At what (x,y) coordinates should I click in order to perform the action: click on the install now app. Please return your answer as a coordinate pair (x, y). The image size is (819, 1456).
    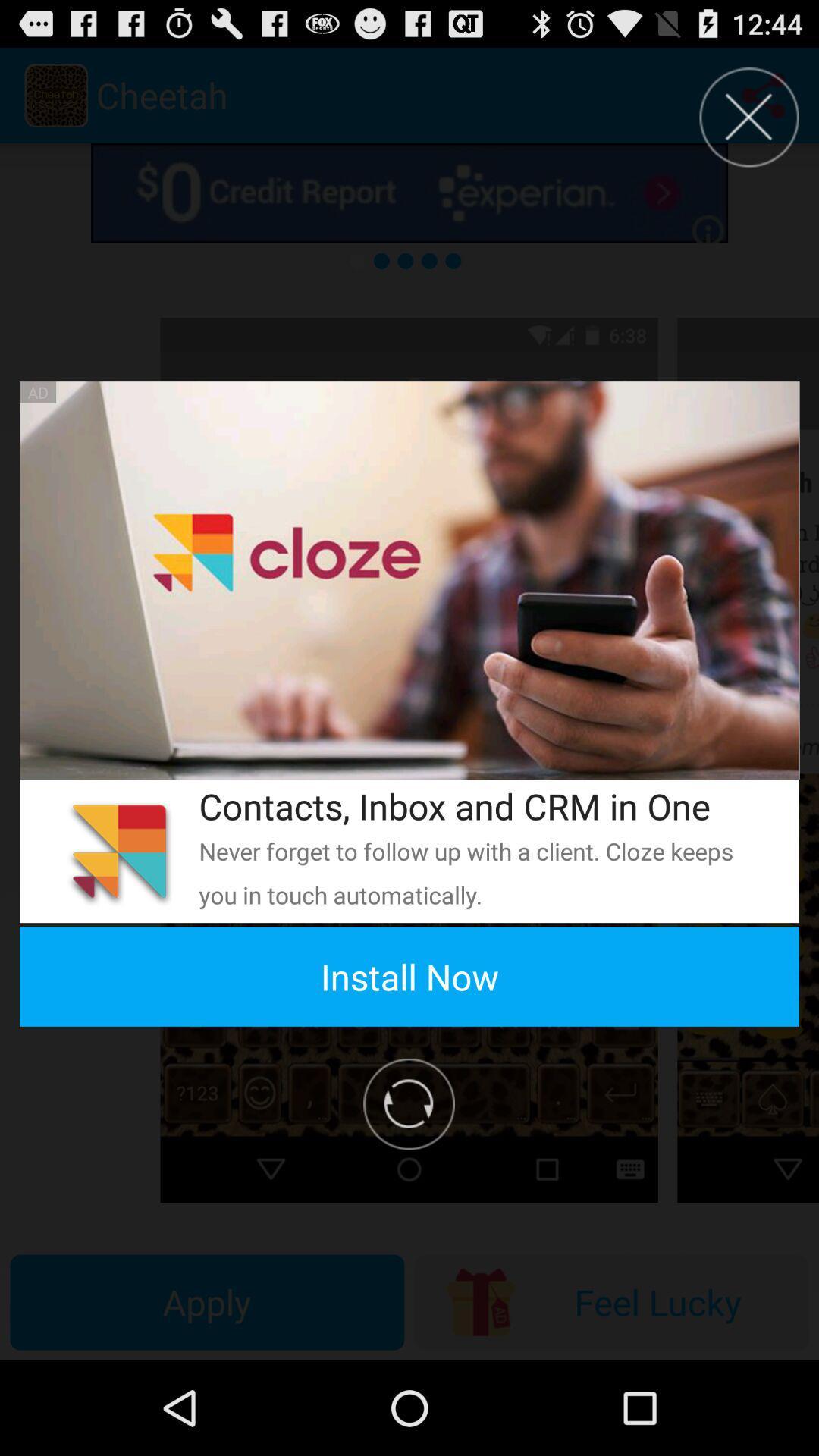
    Looking at the image, I should click on (409, 977).